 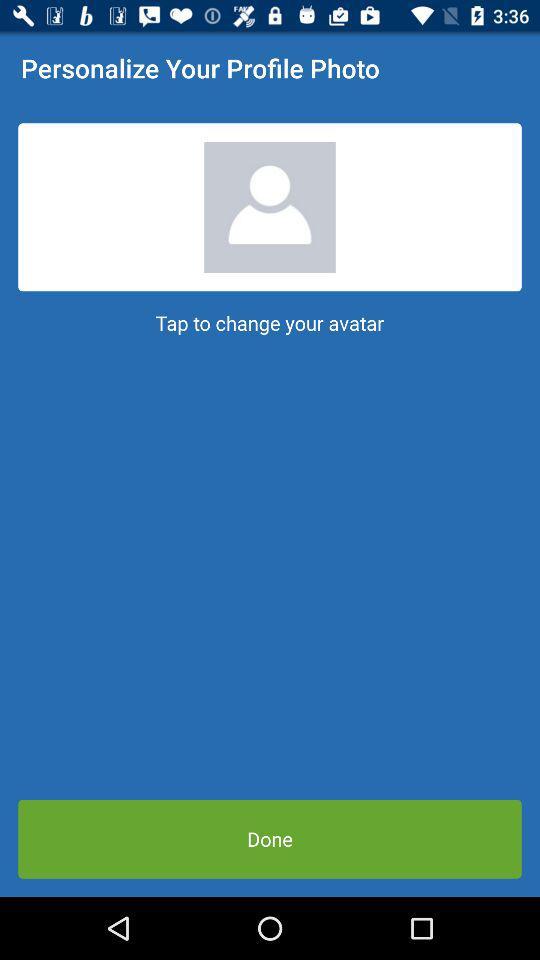 I want to click on change profile photo button, so click(x=270, y=207).